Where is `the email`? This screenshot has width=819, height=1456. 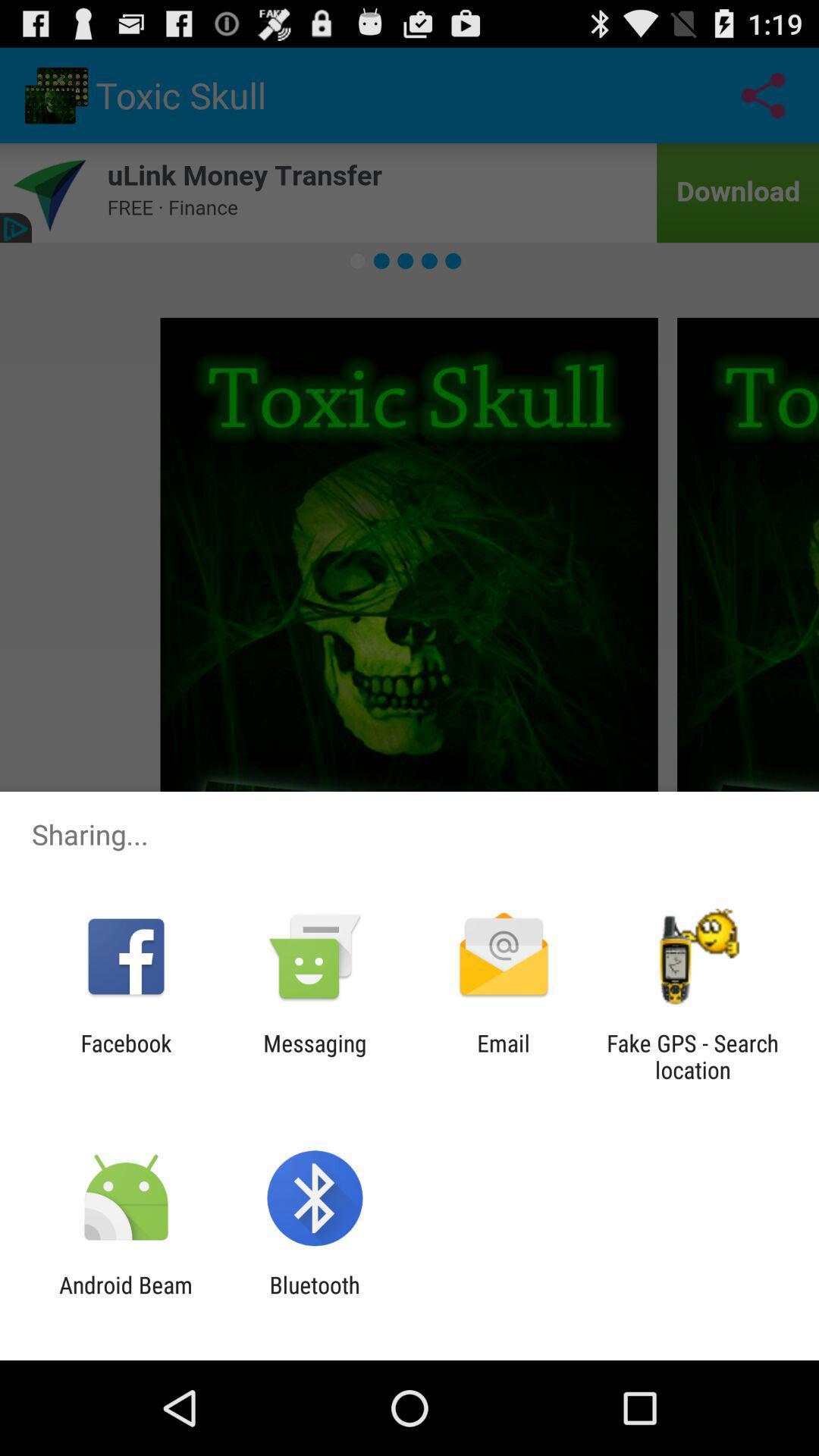 the email is located at coordinates (504, 1056).